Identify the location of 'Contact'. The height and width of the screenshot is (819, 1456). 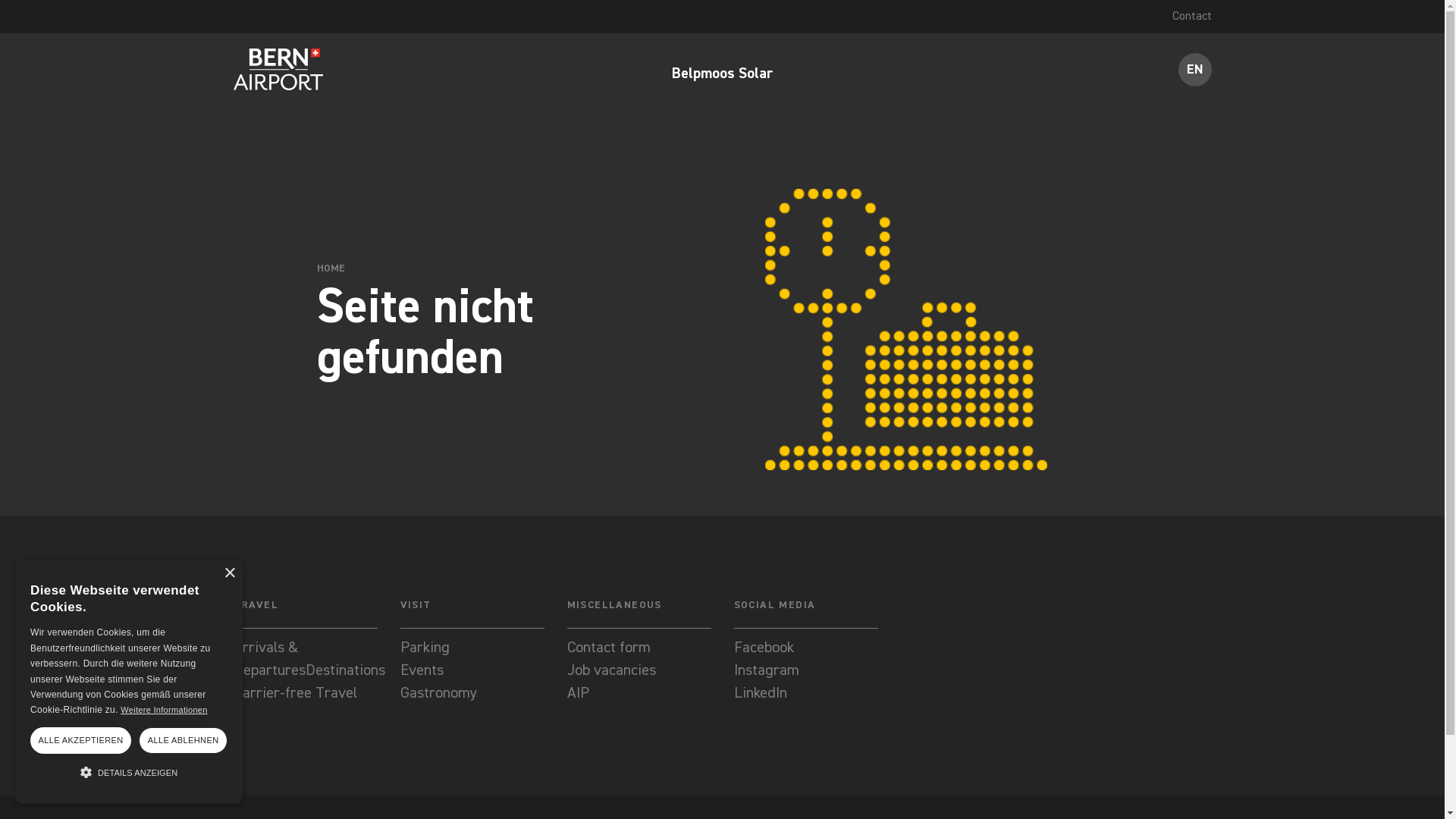
(1191, 17).